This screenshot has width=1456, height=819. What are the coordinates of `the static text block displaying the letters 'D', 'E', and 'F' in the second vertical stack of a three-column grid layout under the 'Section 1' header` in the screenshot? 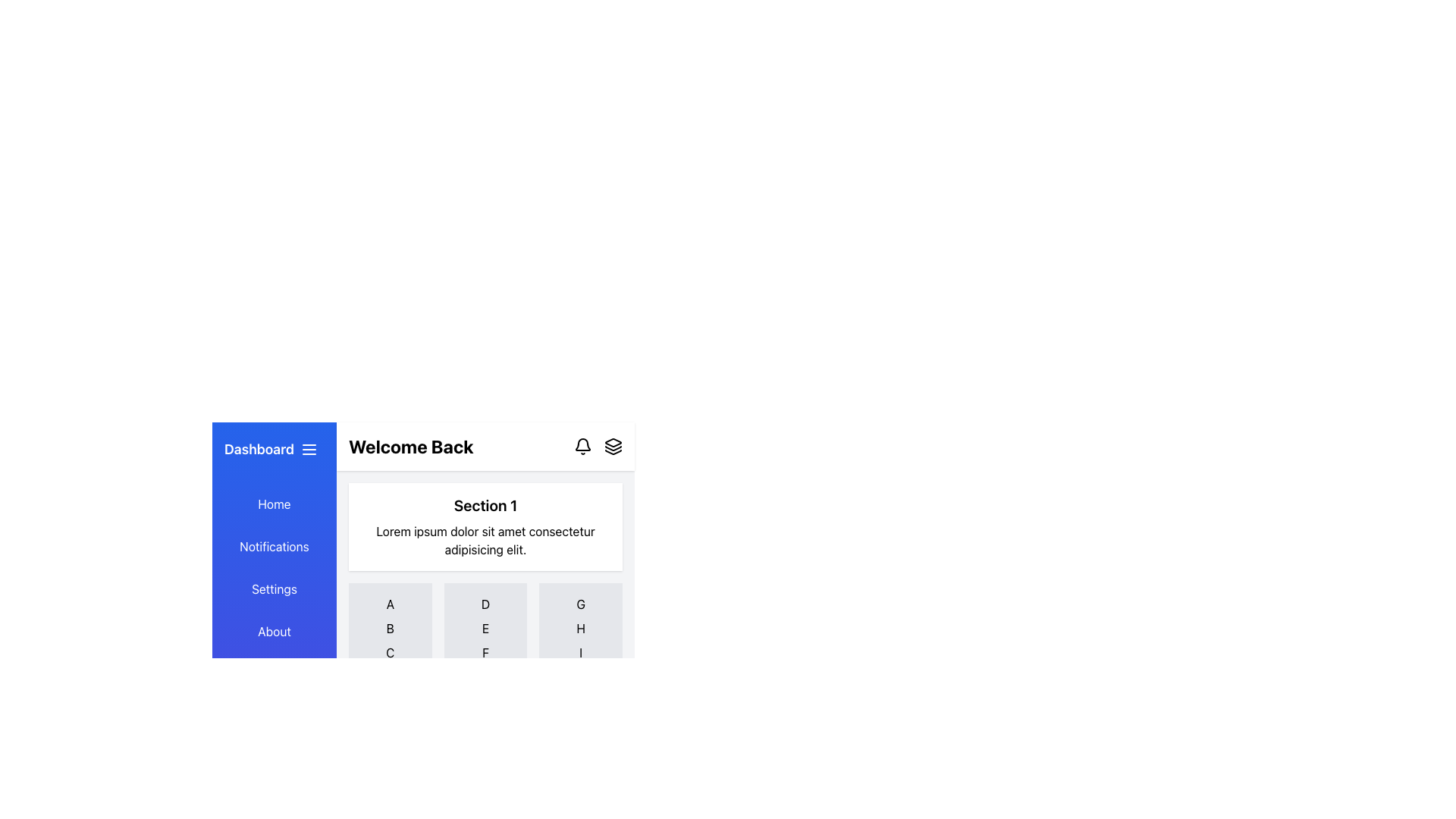 It's located at (485, 632).